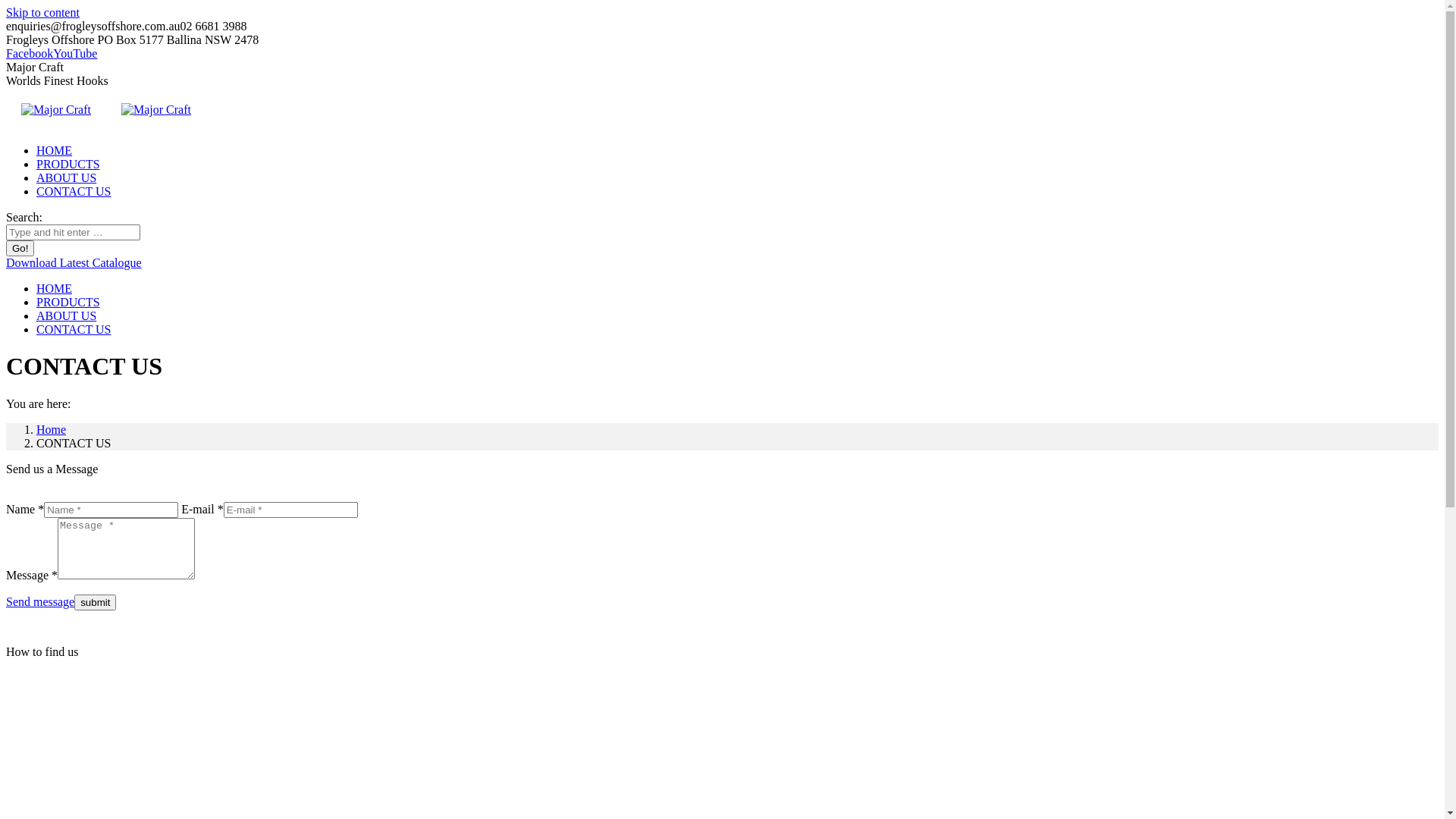 The width and height of the screenshot is (1456, 819). What do you see at coordinates (74, 52) in the screenshot?
I see `'YouTube'` at bounding box center [74, 52].